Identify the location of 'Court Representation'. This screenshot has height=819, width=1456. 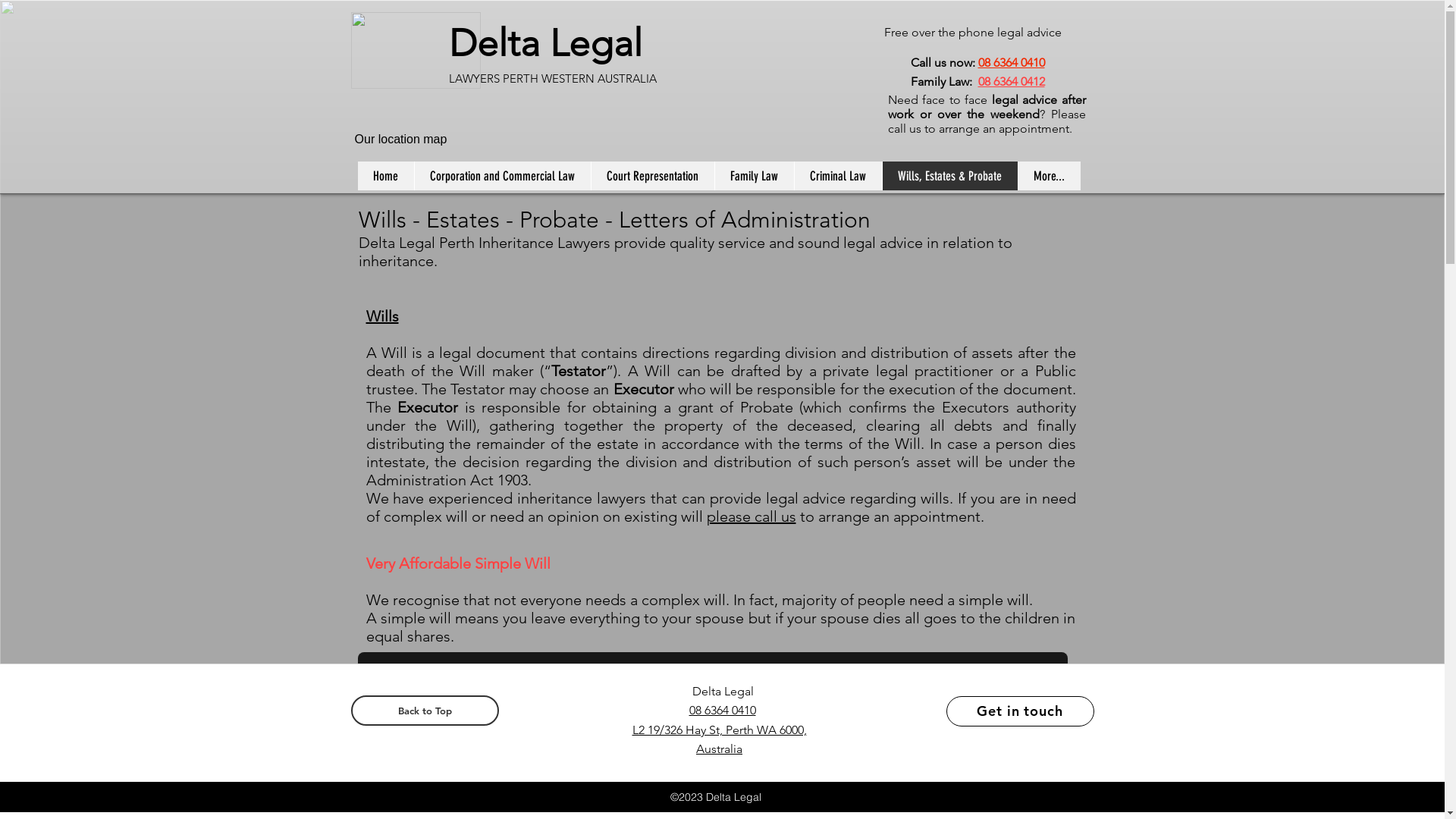
(651, 174).